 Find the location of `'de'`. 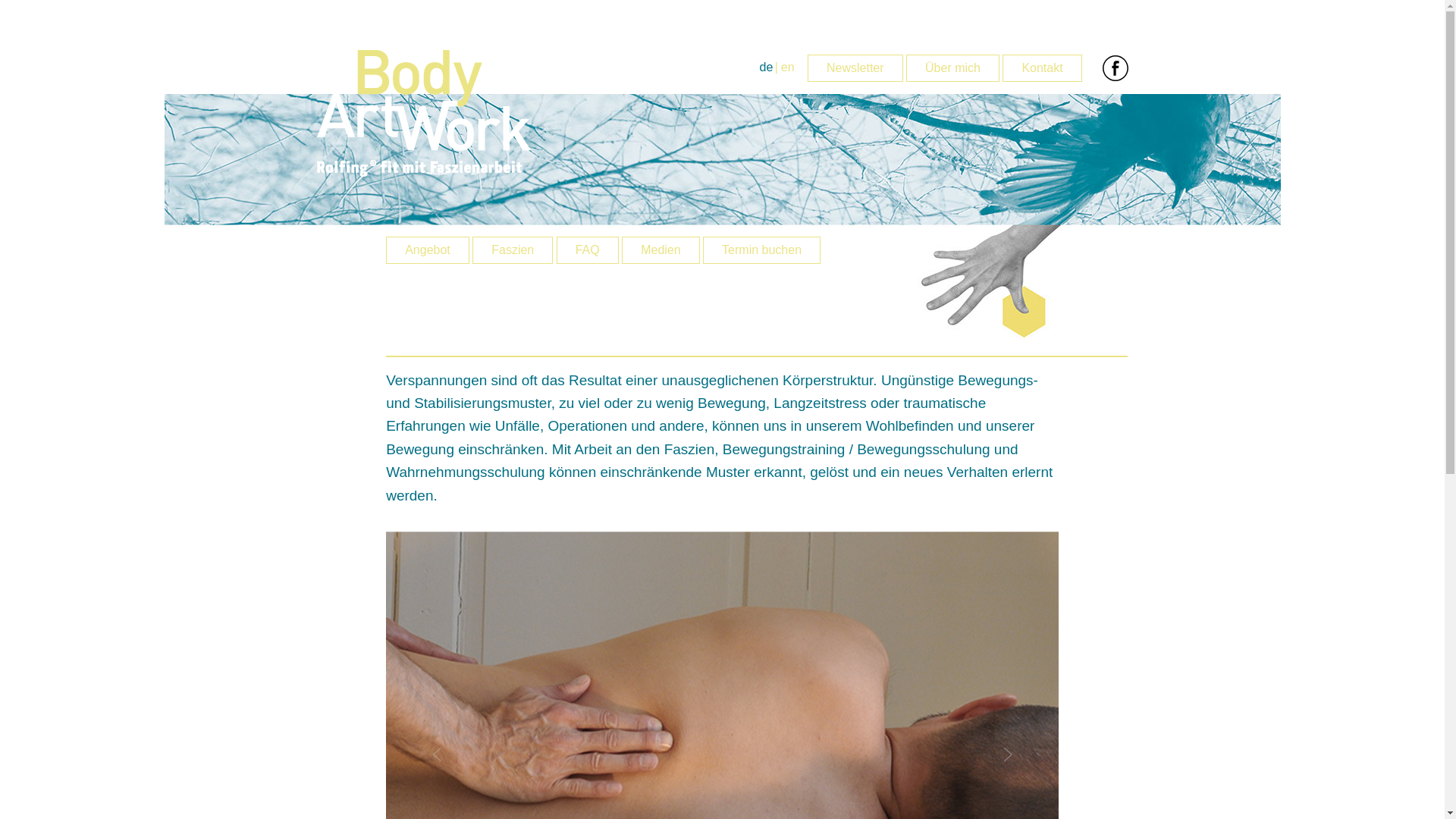

'de' is located at coordinates (767, 66).